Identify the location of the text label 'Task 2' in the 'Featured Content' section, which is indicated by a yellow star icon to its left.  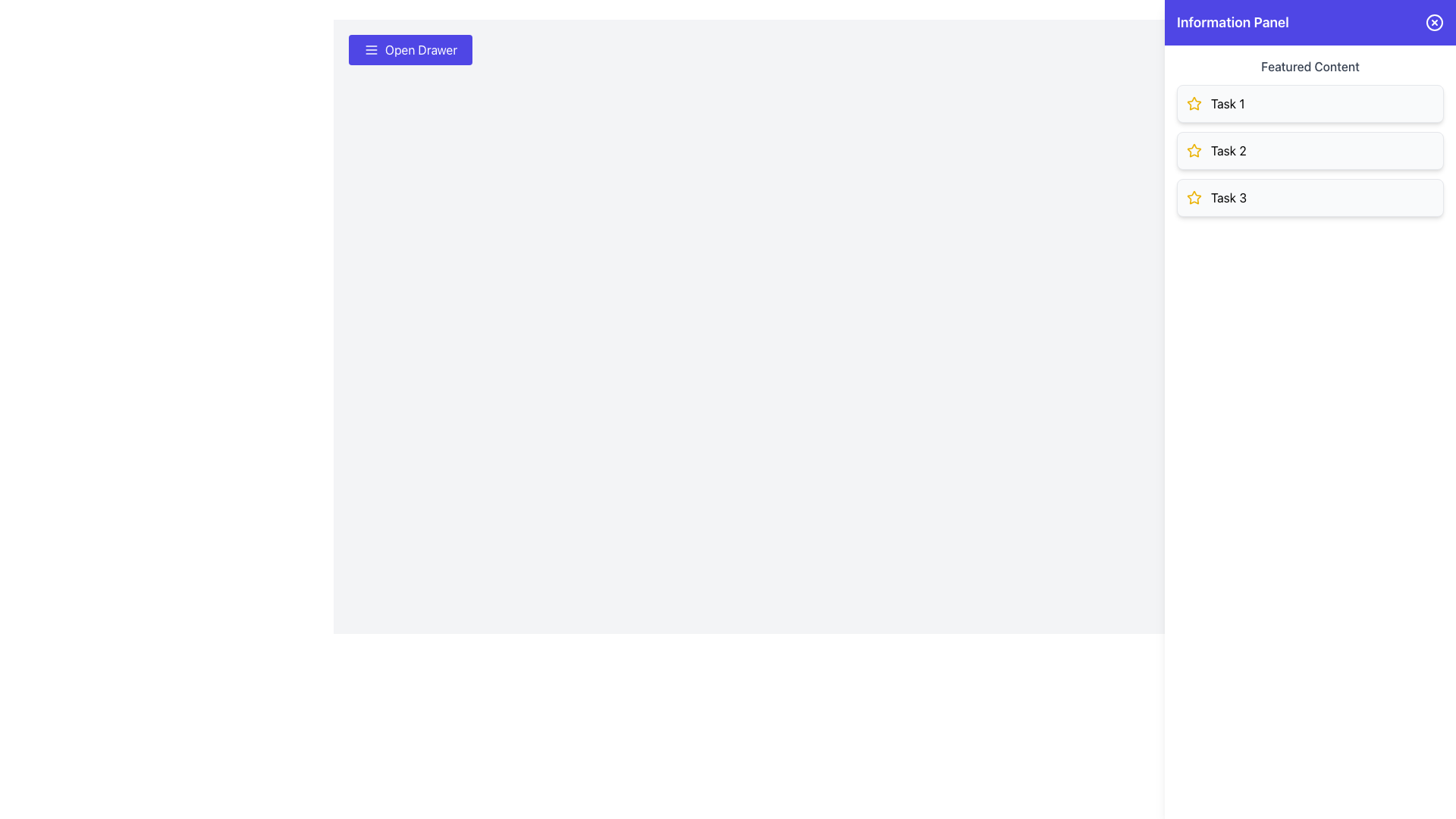
(1228, 151).